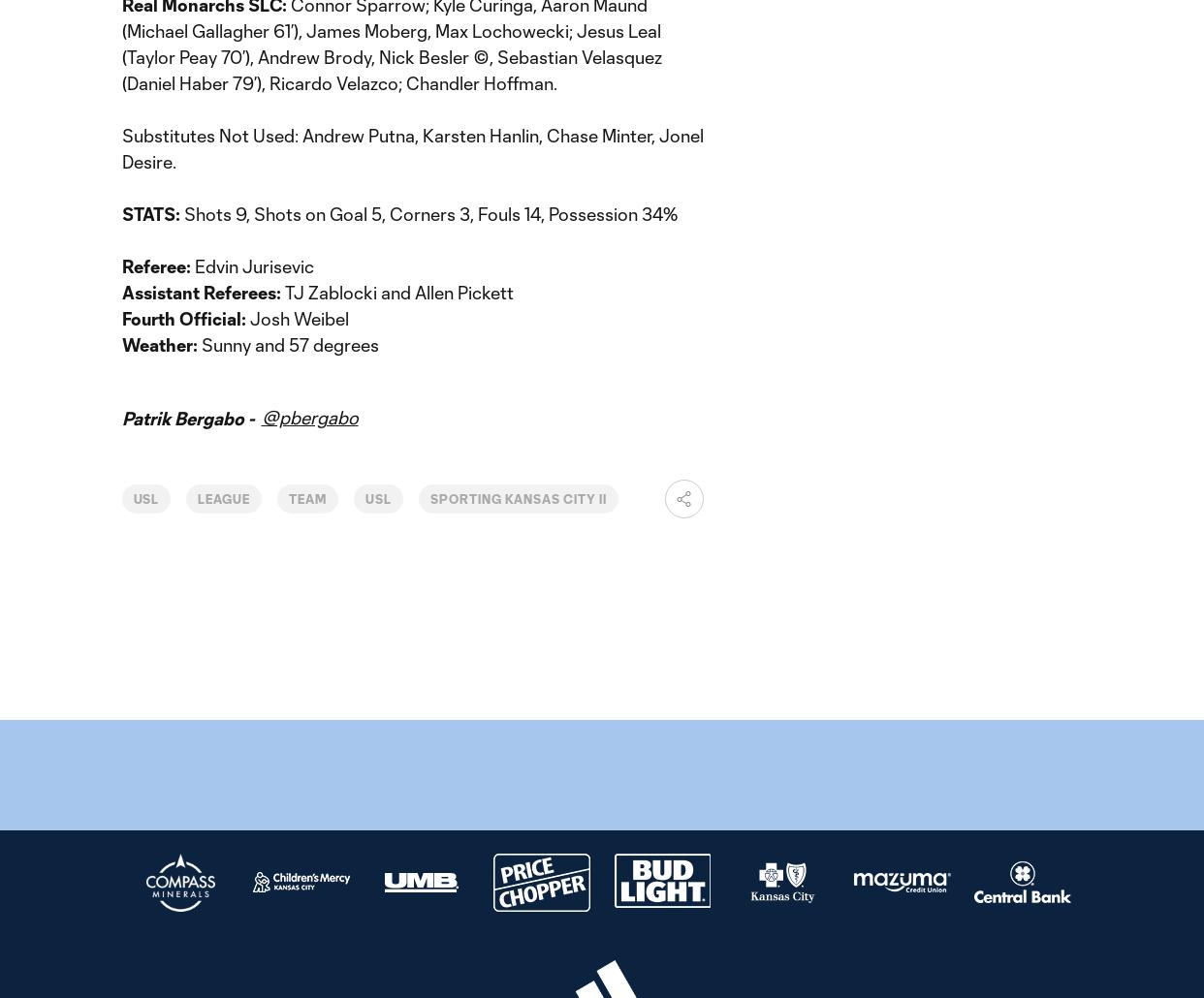  What do you see at coordinates (282, 291) in the screenshot?
I see `'TJ Zablocki and Allen Pickett'` at bounding box center [282, 291].